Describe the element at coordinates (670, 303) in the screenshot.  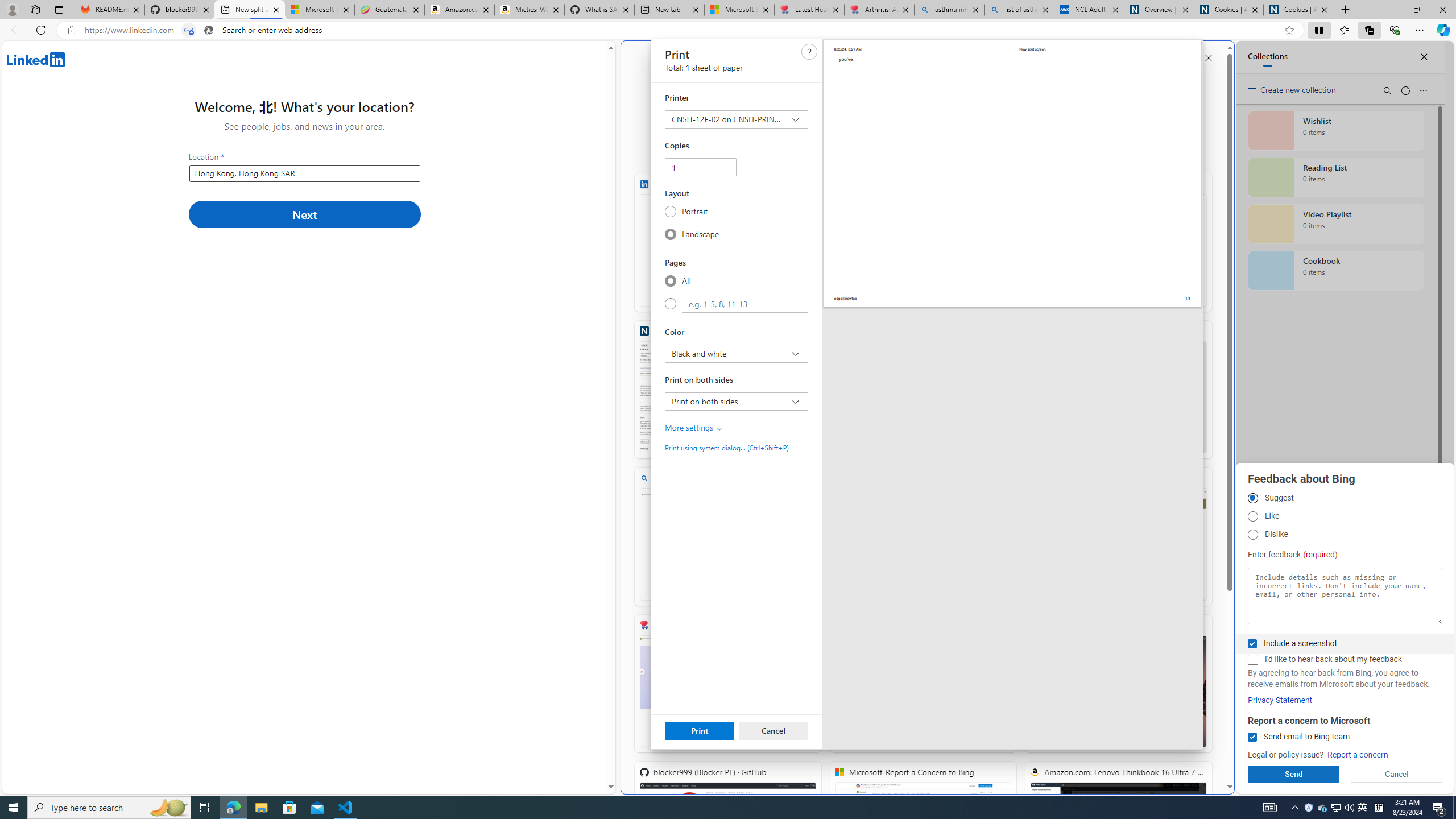
I see `'Custom'` at that location.